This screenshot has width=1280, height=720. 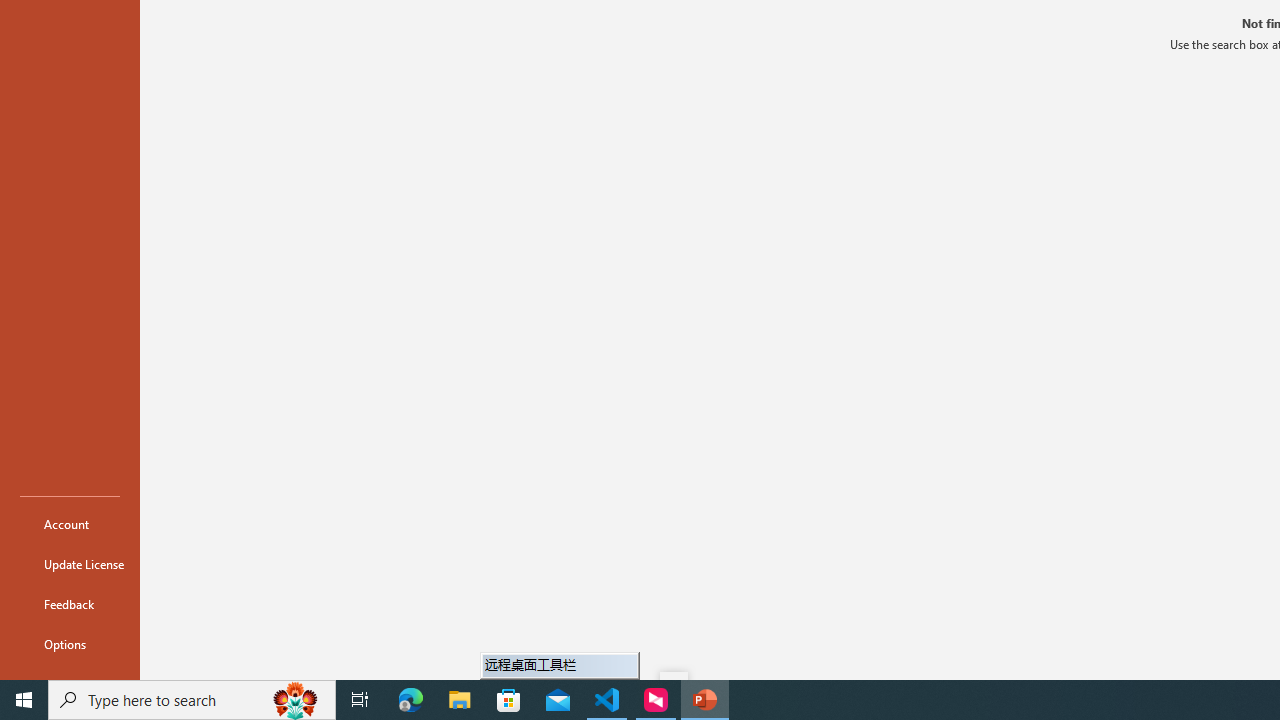 What do you see at coordinates (69, 603) in the screenshot?
I see `'Feedback'` at bounding box center [69, 603].